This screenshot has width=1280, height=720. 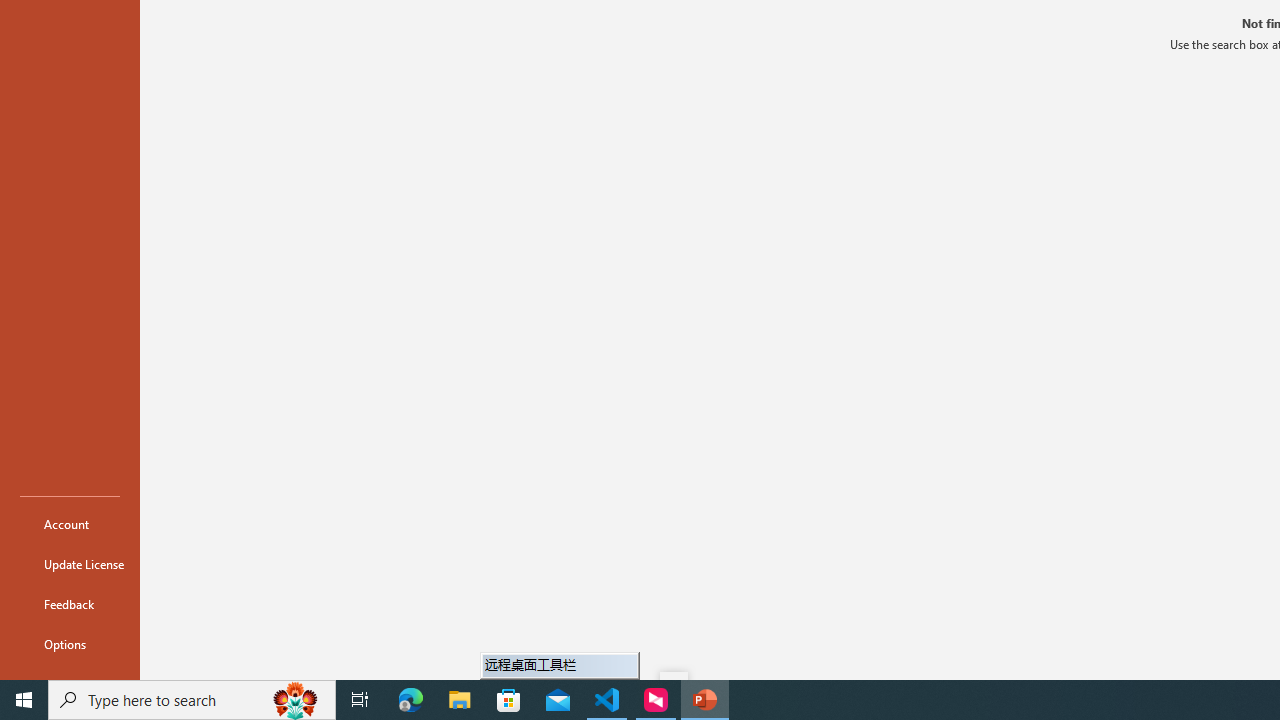 What do you see at coordinates (69, 603) in the screenshot?
I see `'Feedback'` at bounding box center [69, 603].